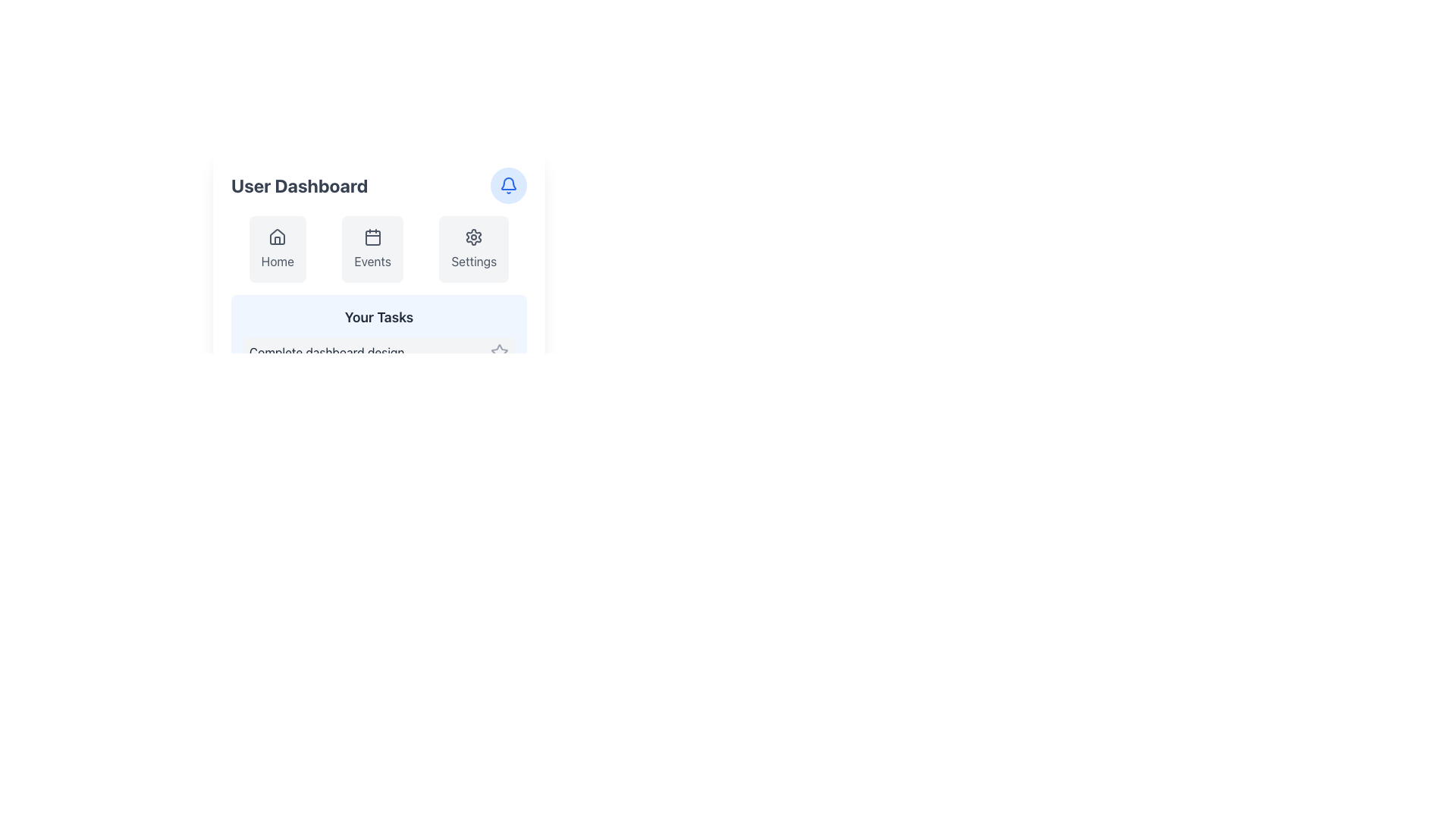 This screenshot has height=819, width=1456. Describe the element at coordinates (378, 336) in the screenshot. I see `title 'Your Tasks' and the content 'Complete dashboard design' from the Informational Card element with a light blue background located in the User Dashboard` at that location.